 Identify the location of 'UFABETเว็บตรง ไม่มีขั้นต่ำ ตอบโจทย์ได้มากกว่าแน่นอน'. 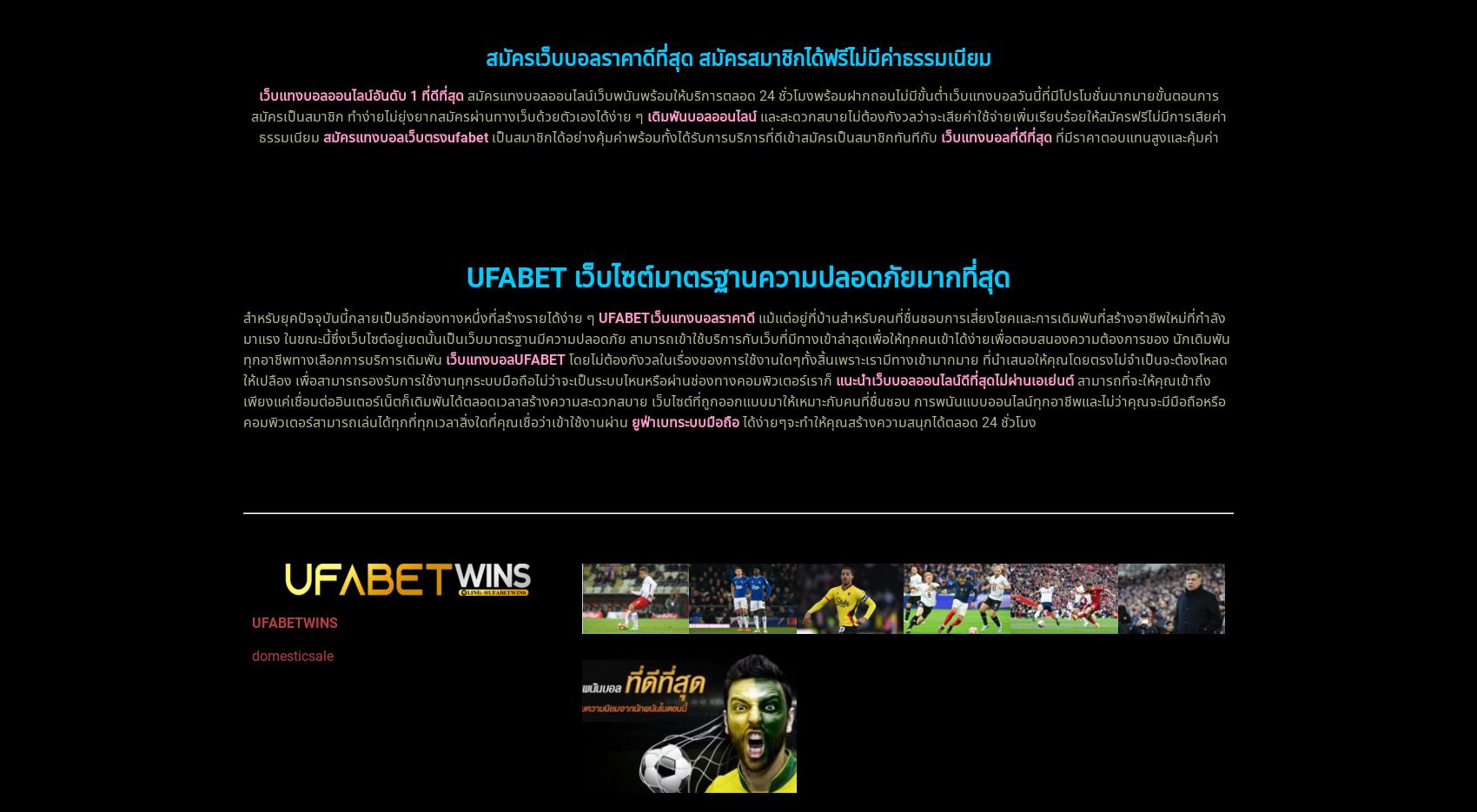
(1063, 597).